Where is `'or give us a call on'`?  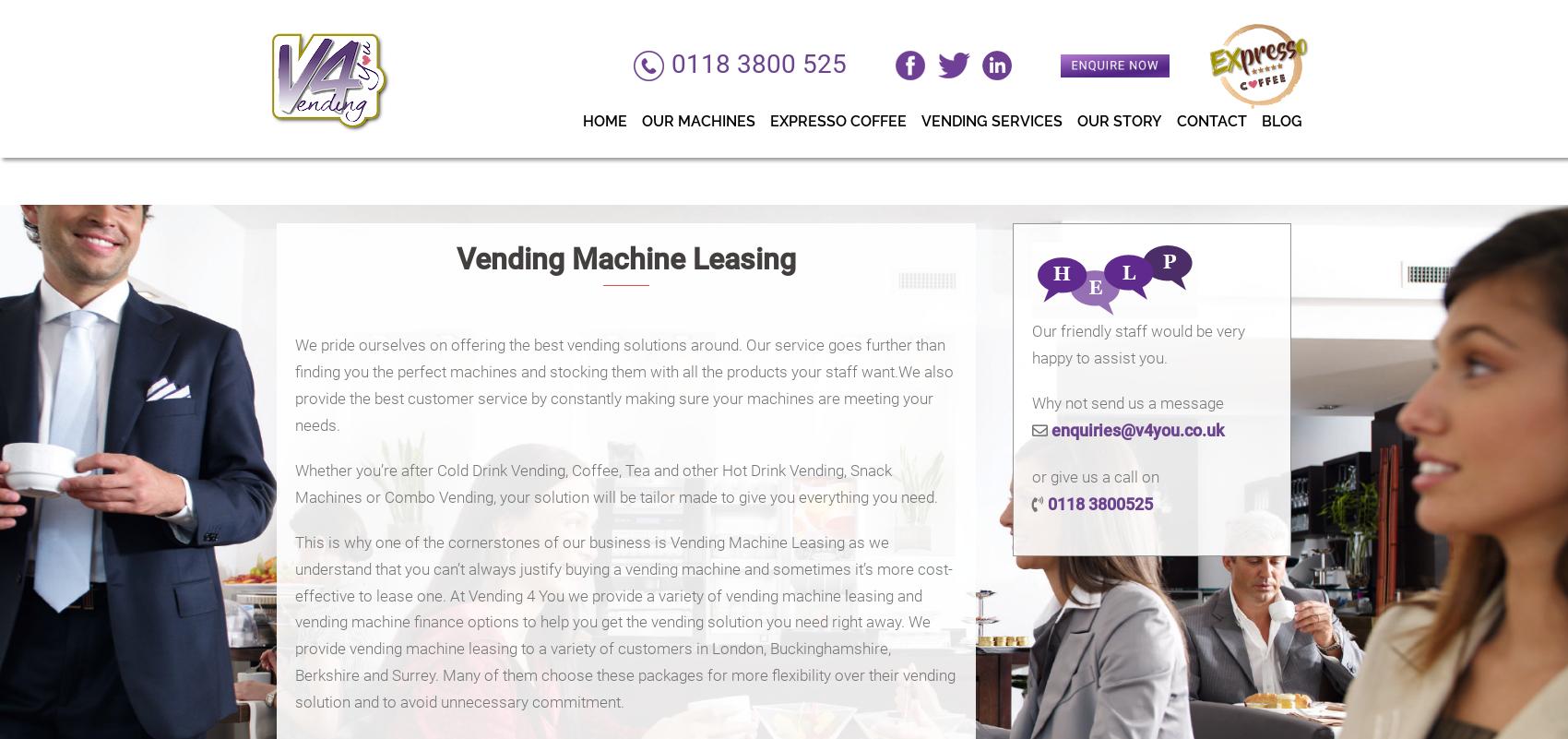 'or give us a call on' is located at coordinates (1094, 476).